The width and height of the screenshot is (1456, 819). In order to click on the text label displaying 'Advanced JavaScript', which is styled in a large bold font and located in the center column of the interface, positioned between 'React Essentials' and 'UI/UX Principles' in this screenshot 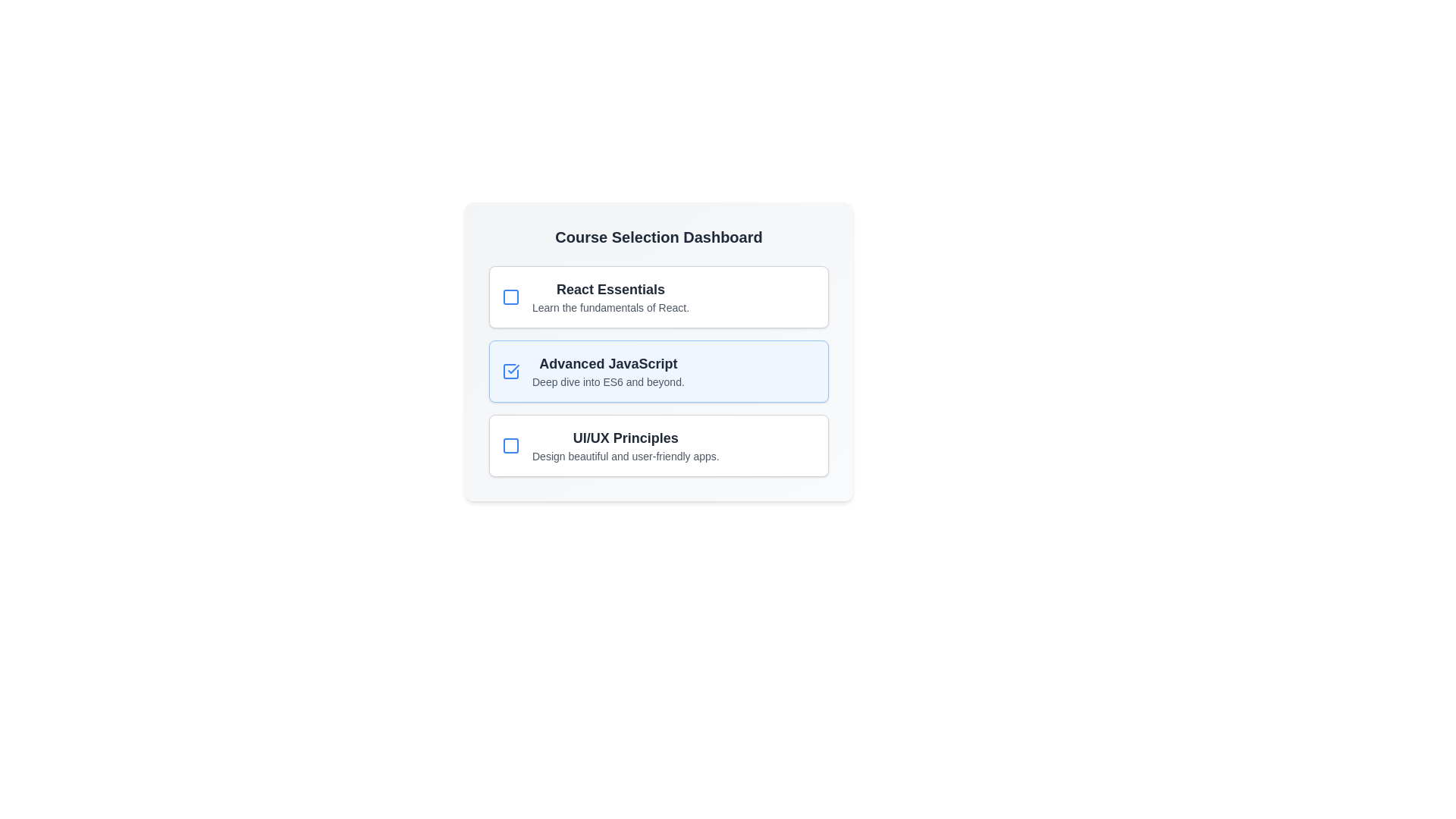, I will do `click(608, 363)`.